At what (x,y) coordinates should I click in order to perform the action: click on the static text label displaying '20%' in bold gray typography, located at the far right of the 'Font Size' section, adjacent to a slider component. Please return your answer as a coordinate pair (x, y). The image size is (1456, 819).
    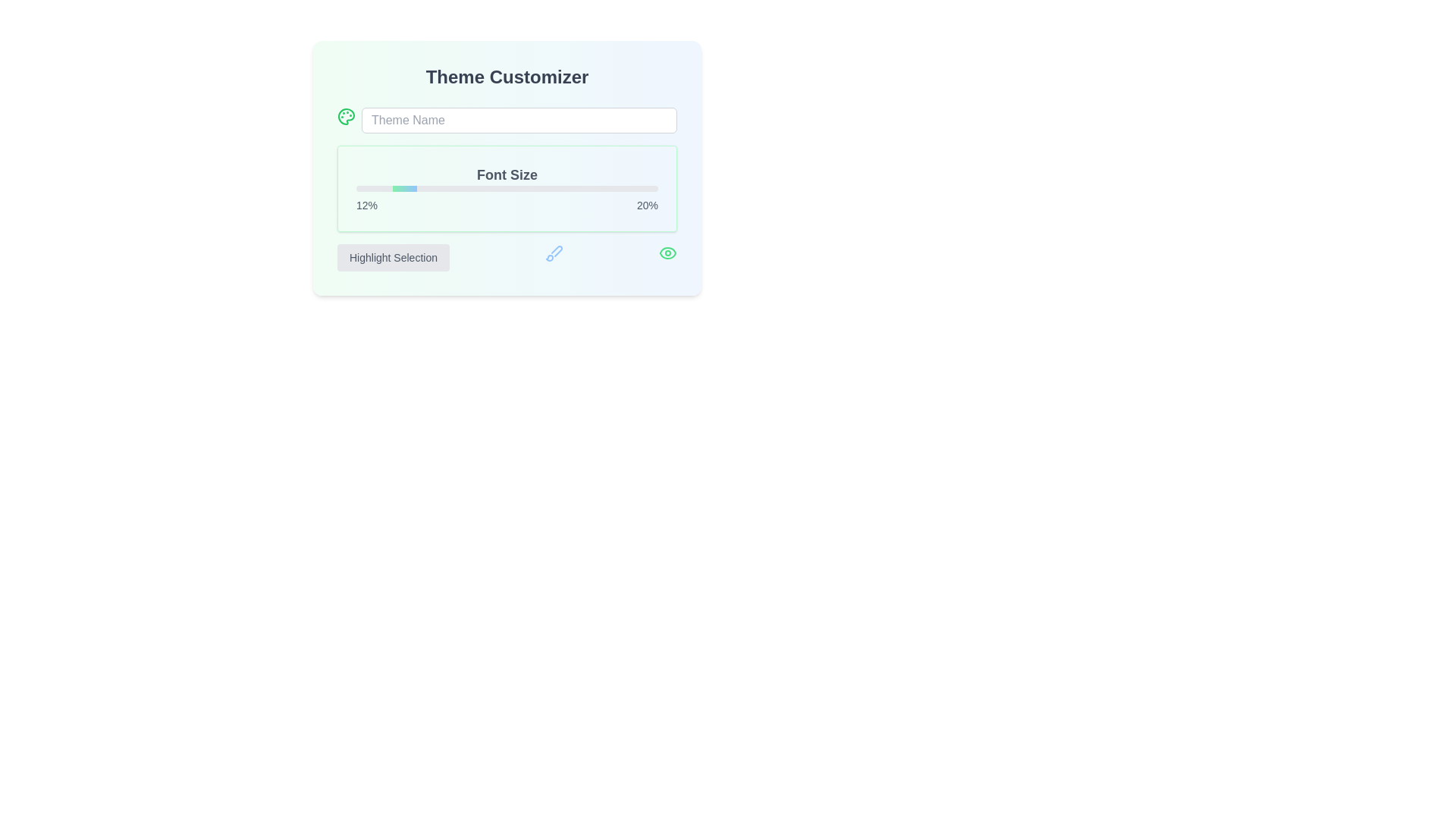
    Looking at the image, I should click on (648, 205).